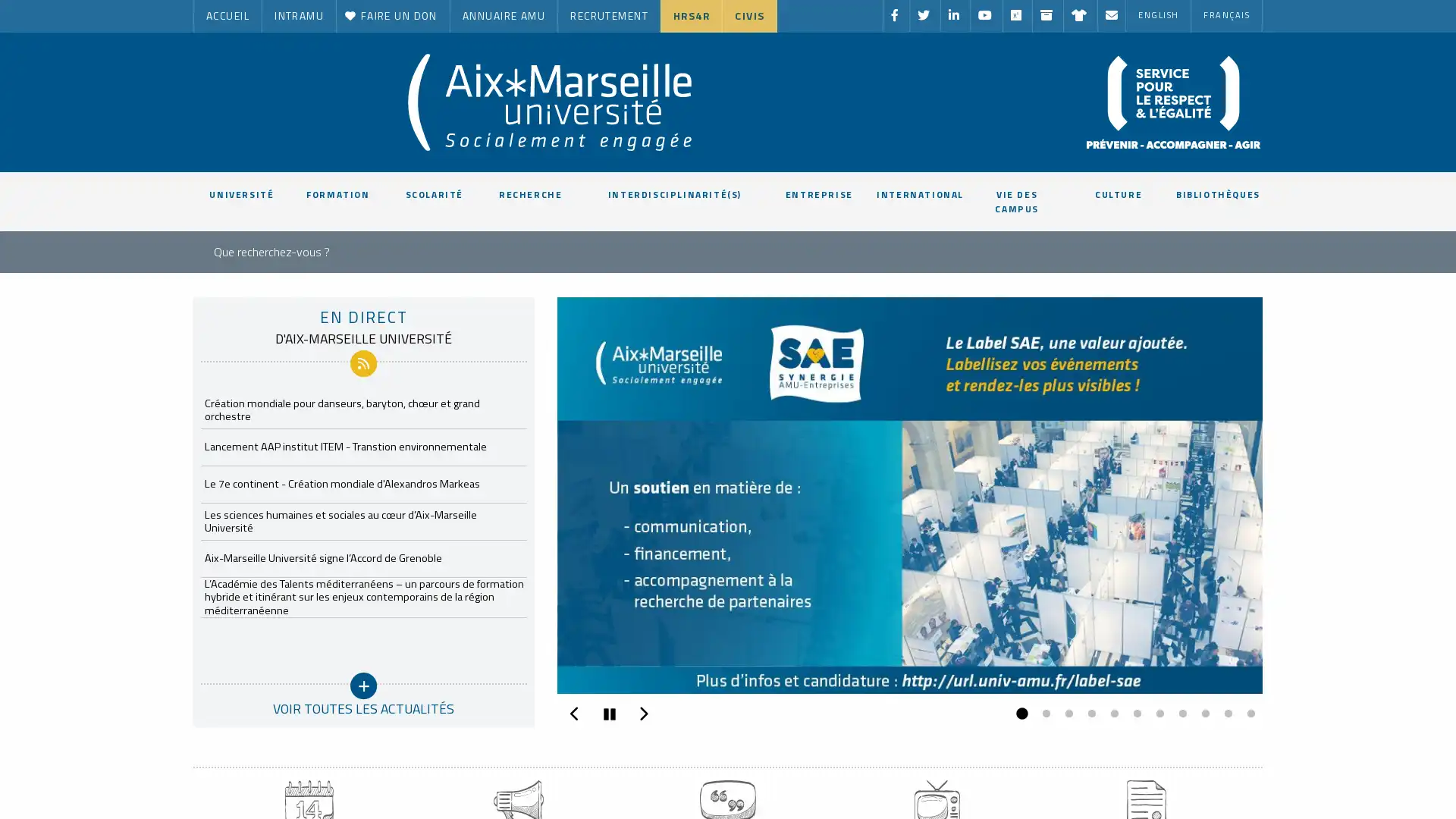  I want to click on Go to slide 5, so click(1110, 714).